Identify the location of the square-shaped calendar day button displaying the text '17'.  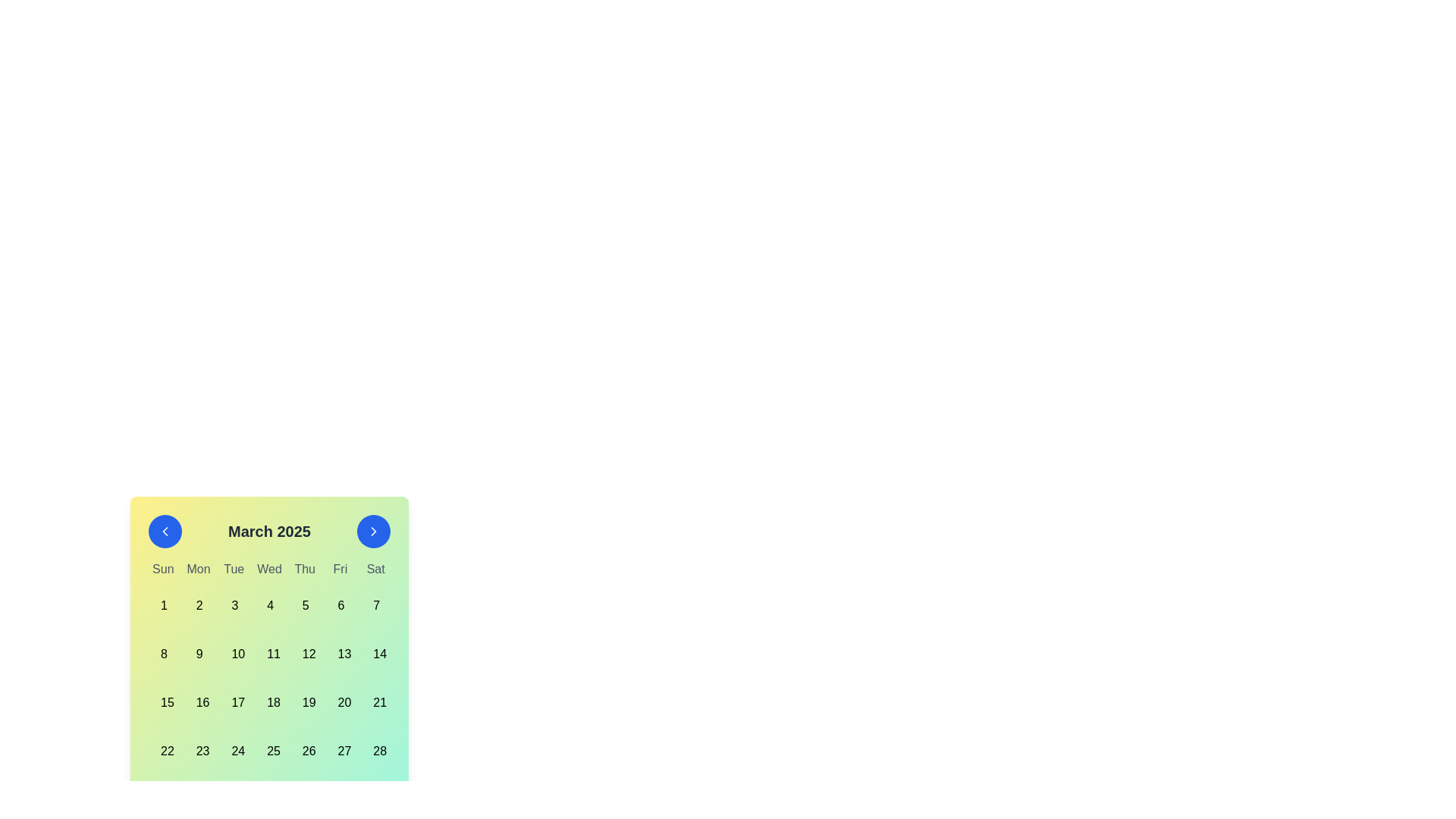
(233, 702).